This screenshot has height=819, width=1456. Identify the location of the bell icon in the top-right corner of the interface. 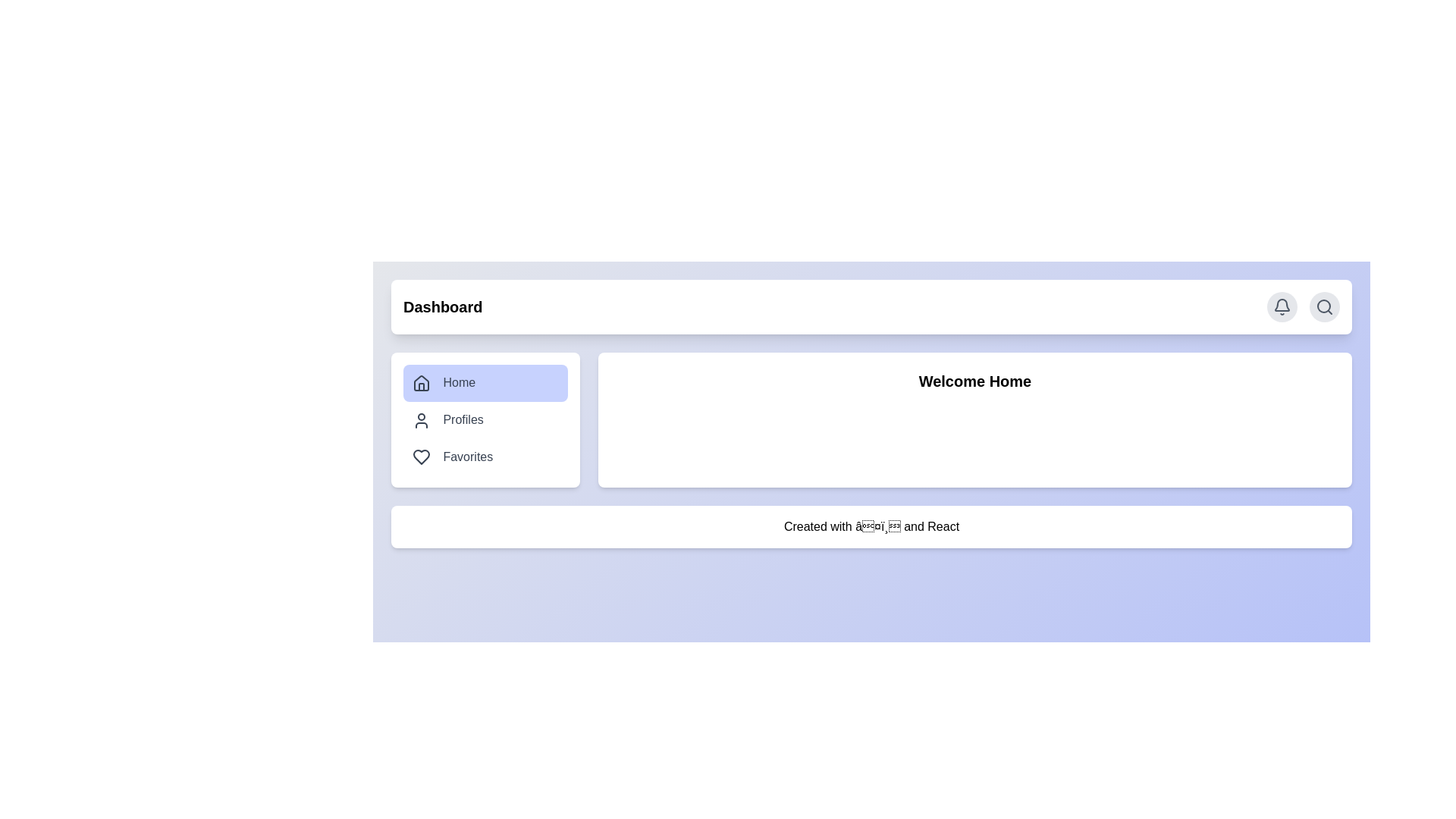
(1281, 307).